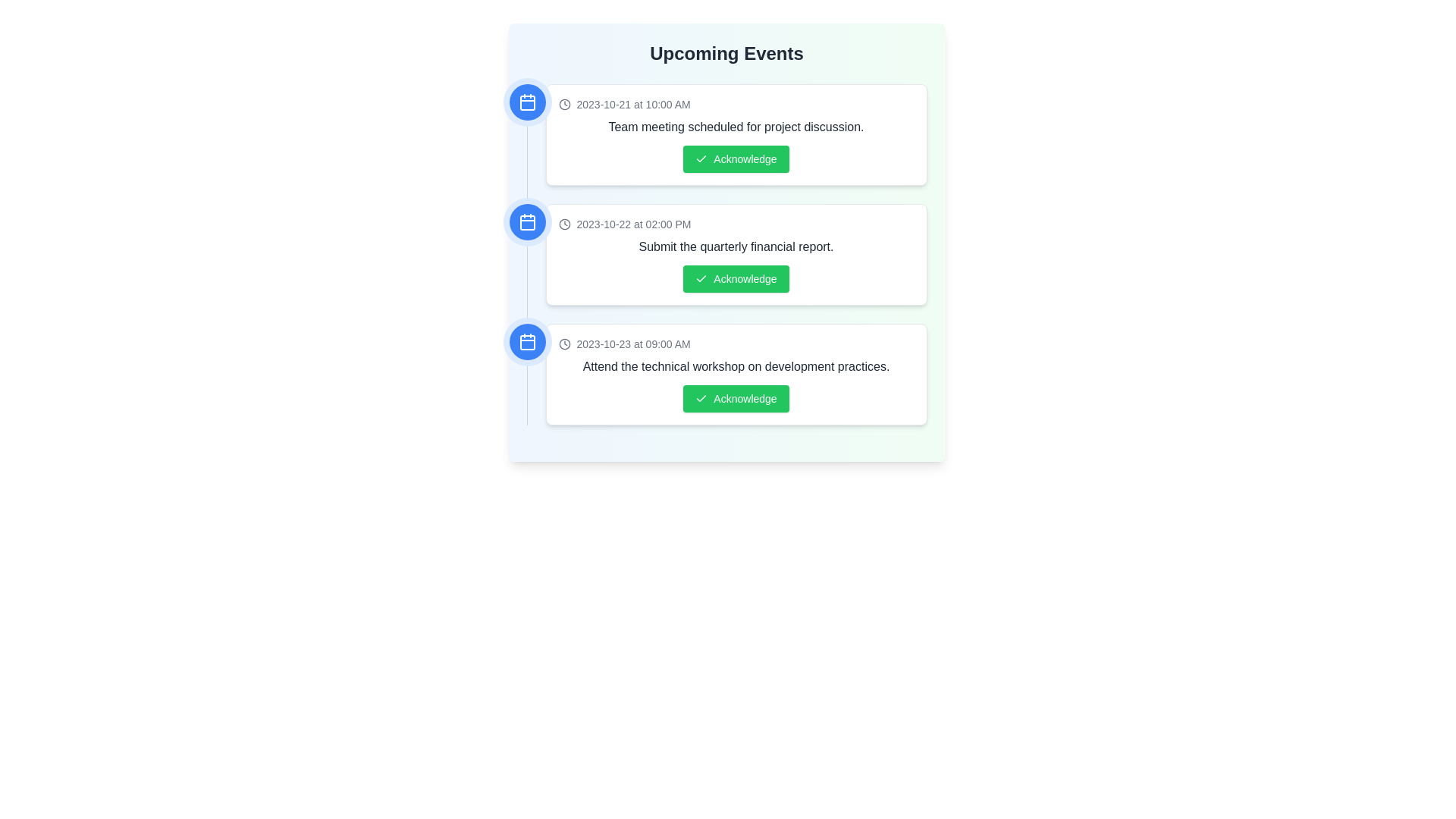 The image size is (1456, 819). Describe the element at coordinates (736, 158) in the screenshot. I see `the 'Acknowledge' button for the event '2023-10-21 at 10:00 AM'` at that location.